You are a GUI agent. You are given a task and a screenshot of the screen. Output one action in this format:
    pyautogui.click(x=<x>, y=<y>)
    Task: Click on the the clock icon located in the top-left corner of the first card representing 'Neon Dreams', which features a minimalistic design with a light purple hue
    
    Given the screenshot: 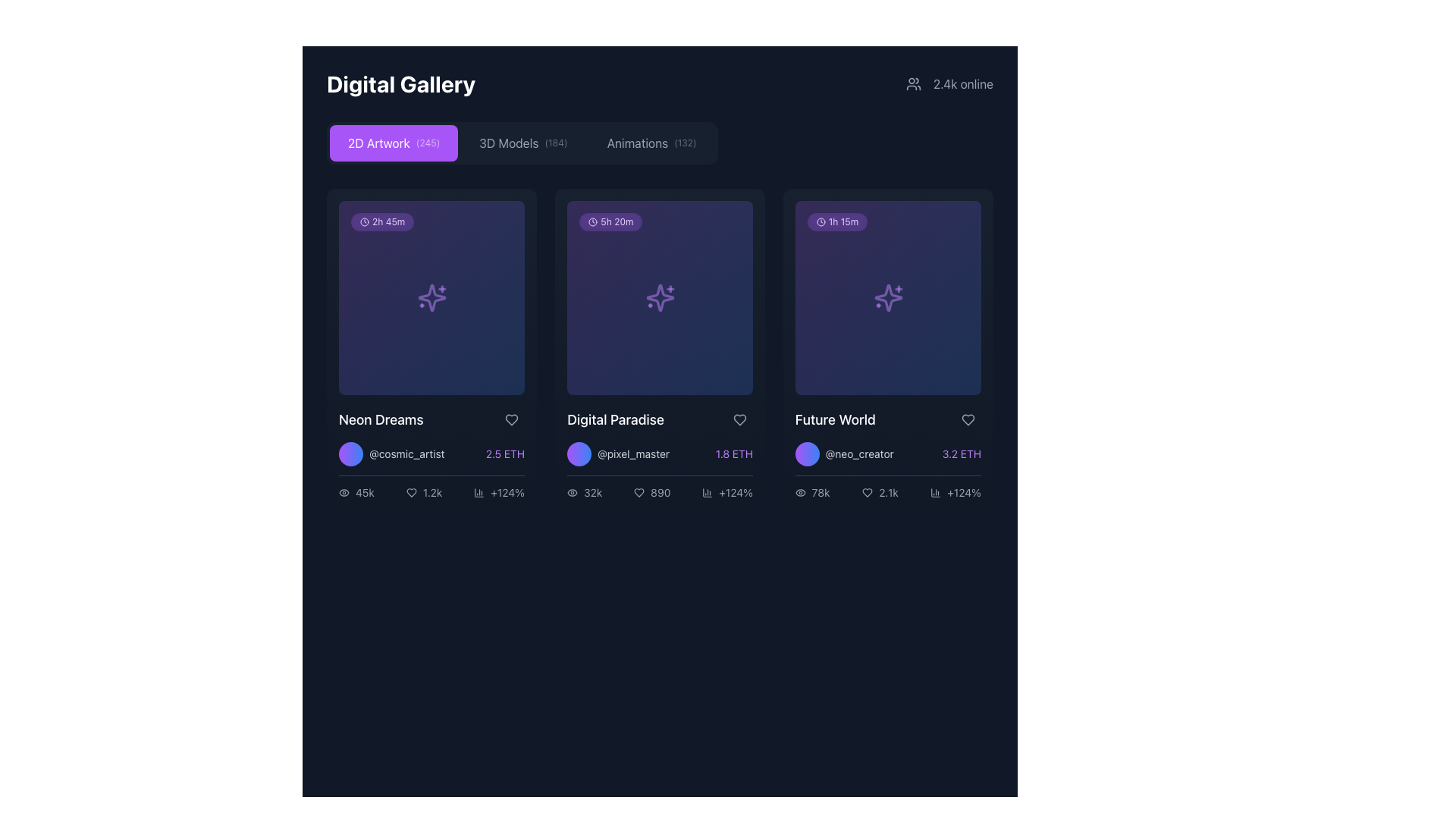 What is the action you would take?
    pyautogui.click(x=364, y=222)
    